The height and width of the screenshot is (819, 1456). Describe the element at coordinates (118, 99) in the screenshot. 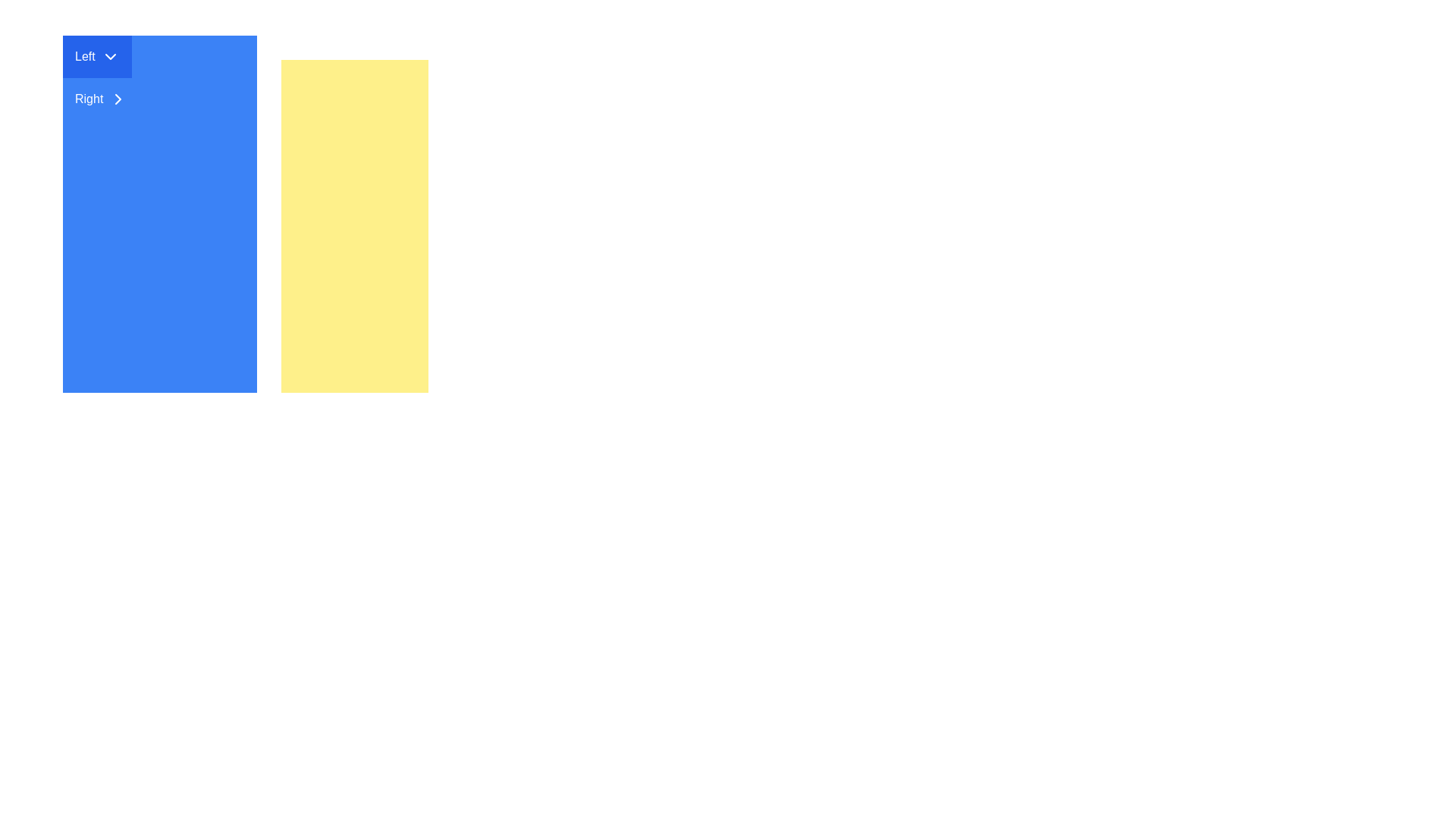

I see `the right-facing chevron icon, which is a white triangular arrow on a blue background, located to the right of the centered text 'Right' inside a blue rectangular button area` at that location.